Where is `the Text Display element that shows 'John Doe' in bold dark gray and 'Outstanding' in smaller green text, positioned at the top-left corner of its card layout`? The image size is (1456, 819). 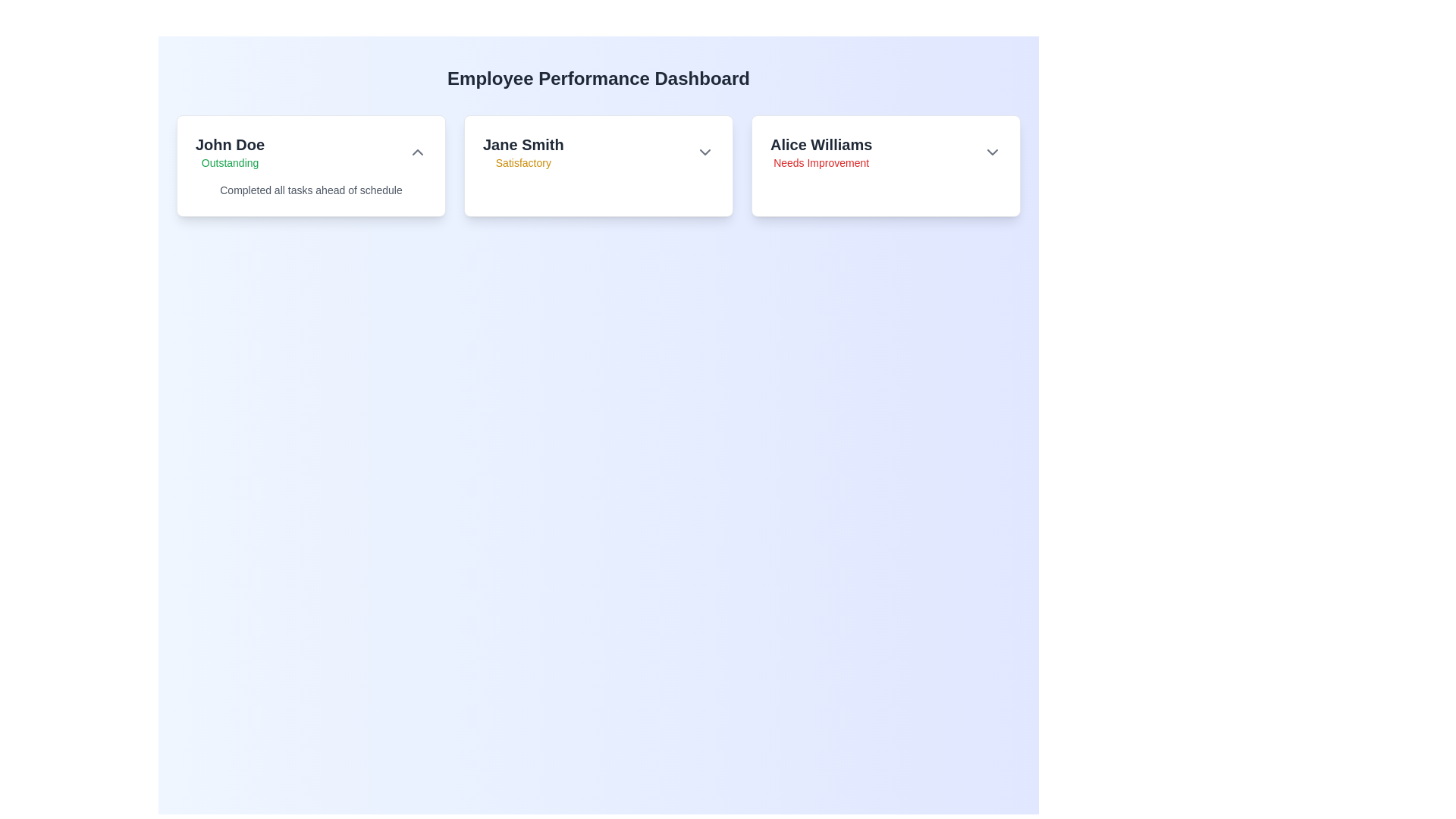
the Text Display element that shows 'John Doe' in bold dark gray and 'Outstanding' in smaller green text, positioned at the top-left corner of its card layout is located at coordinates (229, 152).